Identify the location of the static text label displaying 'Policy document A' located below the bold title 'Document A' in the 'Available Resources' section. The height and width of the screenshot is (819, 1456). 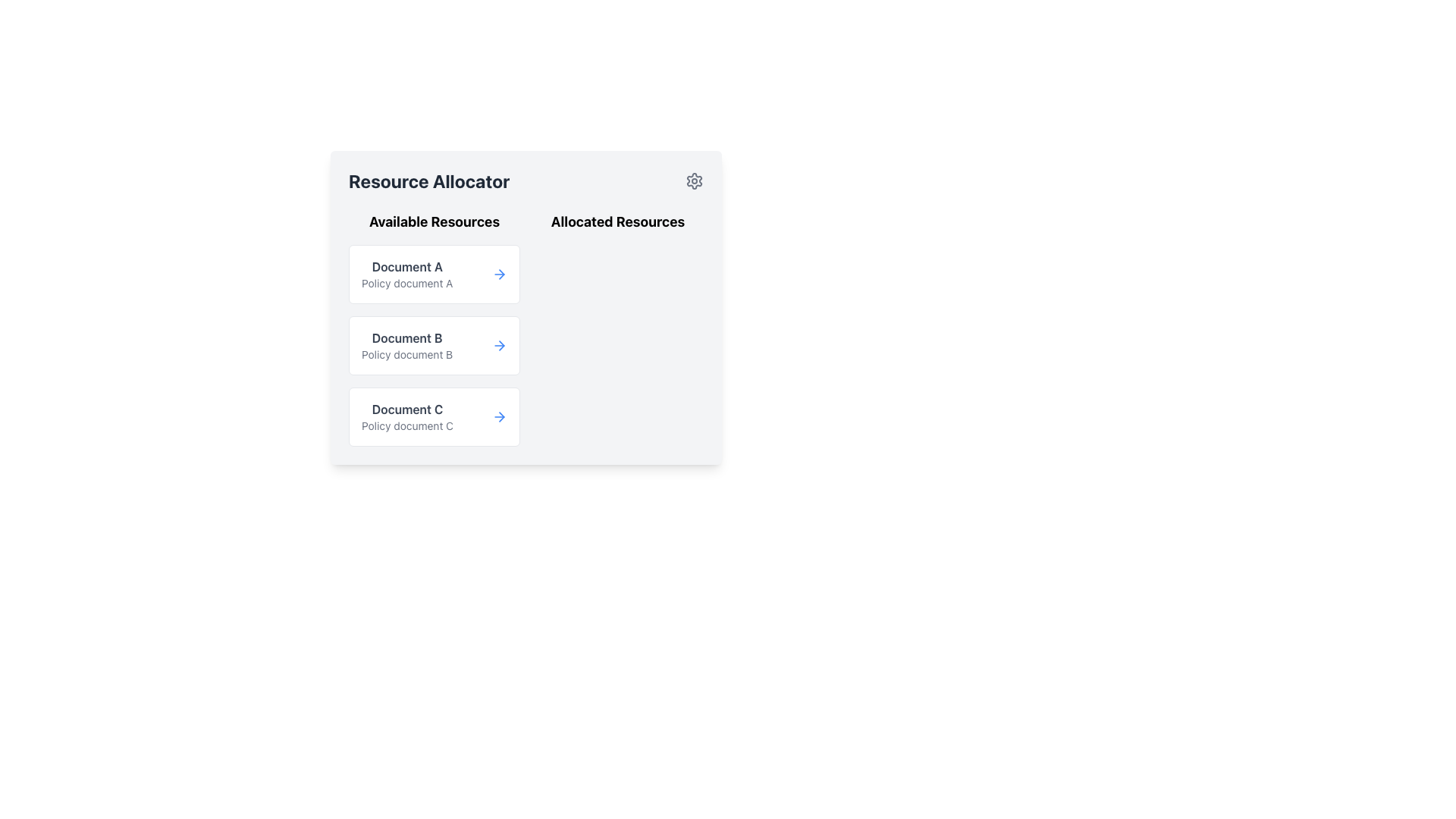
(407, 284).